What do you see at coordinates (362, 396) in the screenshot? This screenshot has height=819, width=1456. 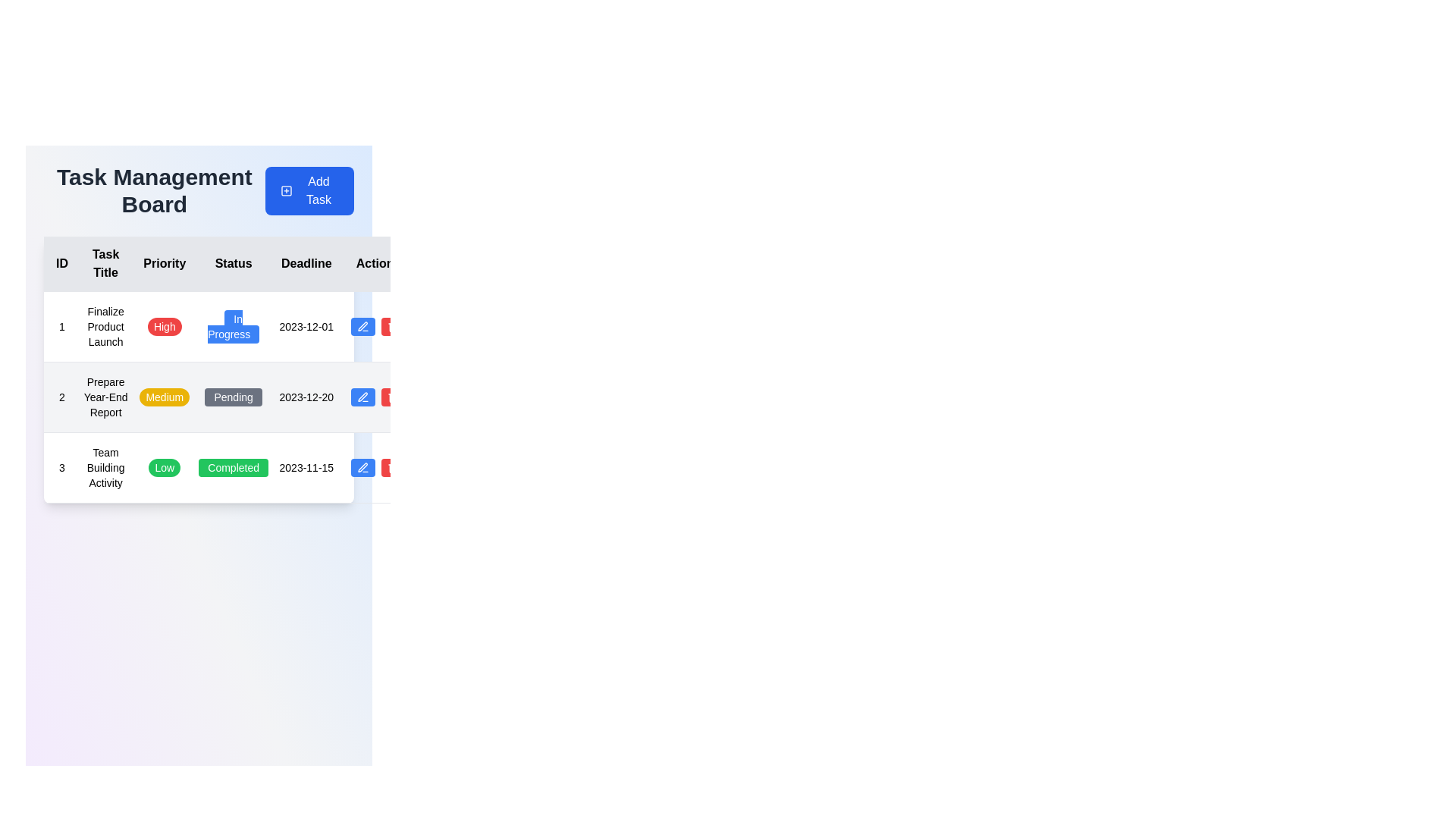 I see `the small blue-toned icon with a diagonal pen-like symbol in the 'Actions' column of the task management board to initiate an edit action for the task 'Prepare Year-End Report'` at bounding box center [362, 396].